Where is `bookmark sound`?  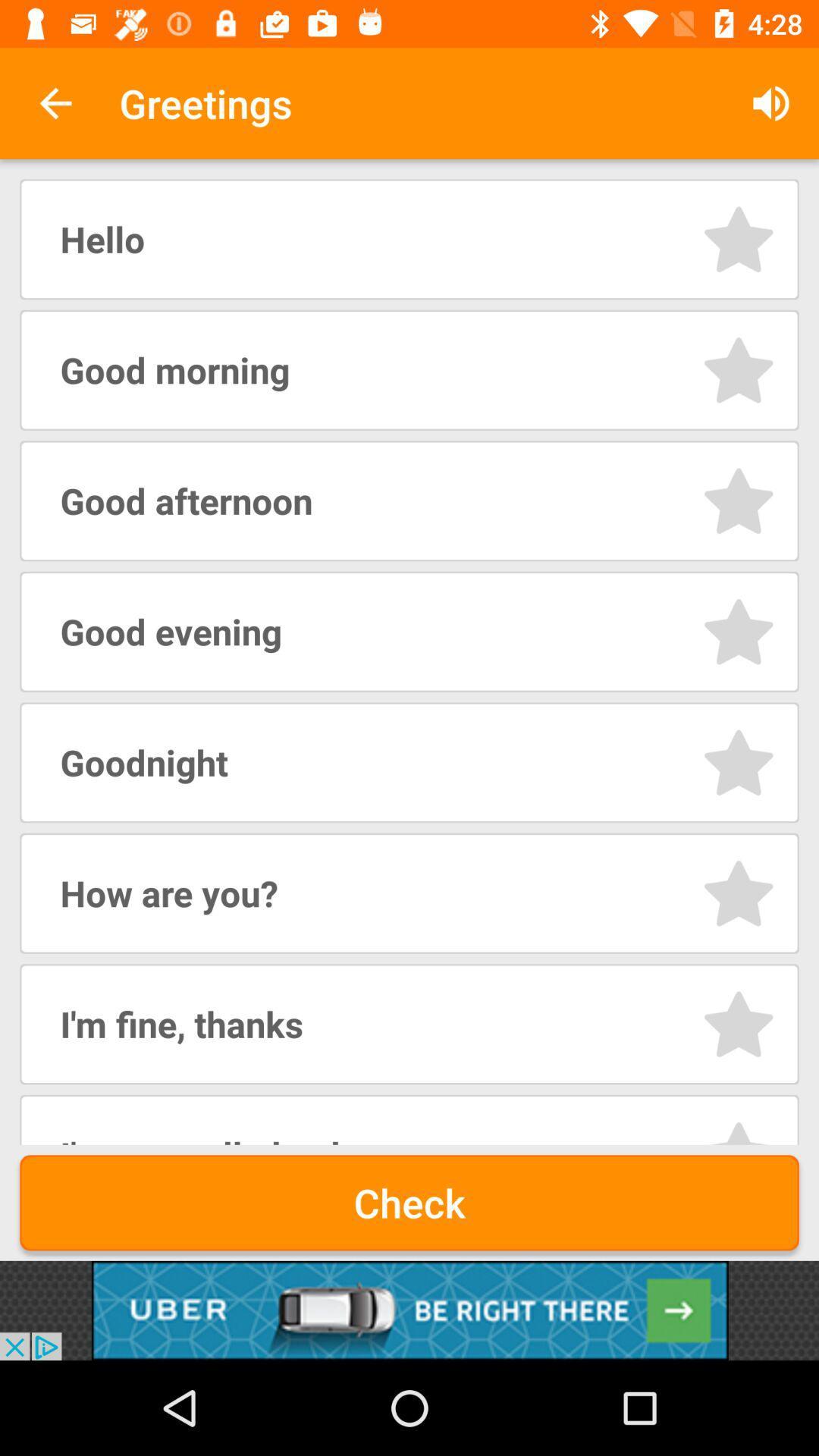 bookmark sound is located at coordinates (738, 893).